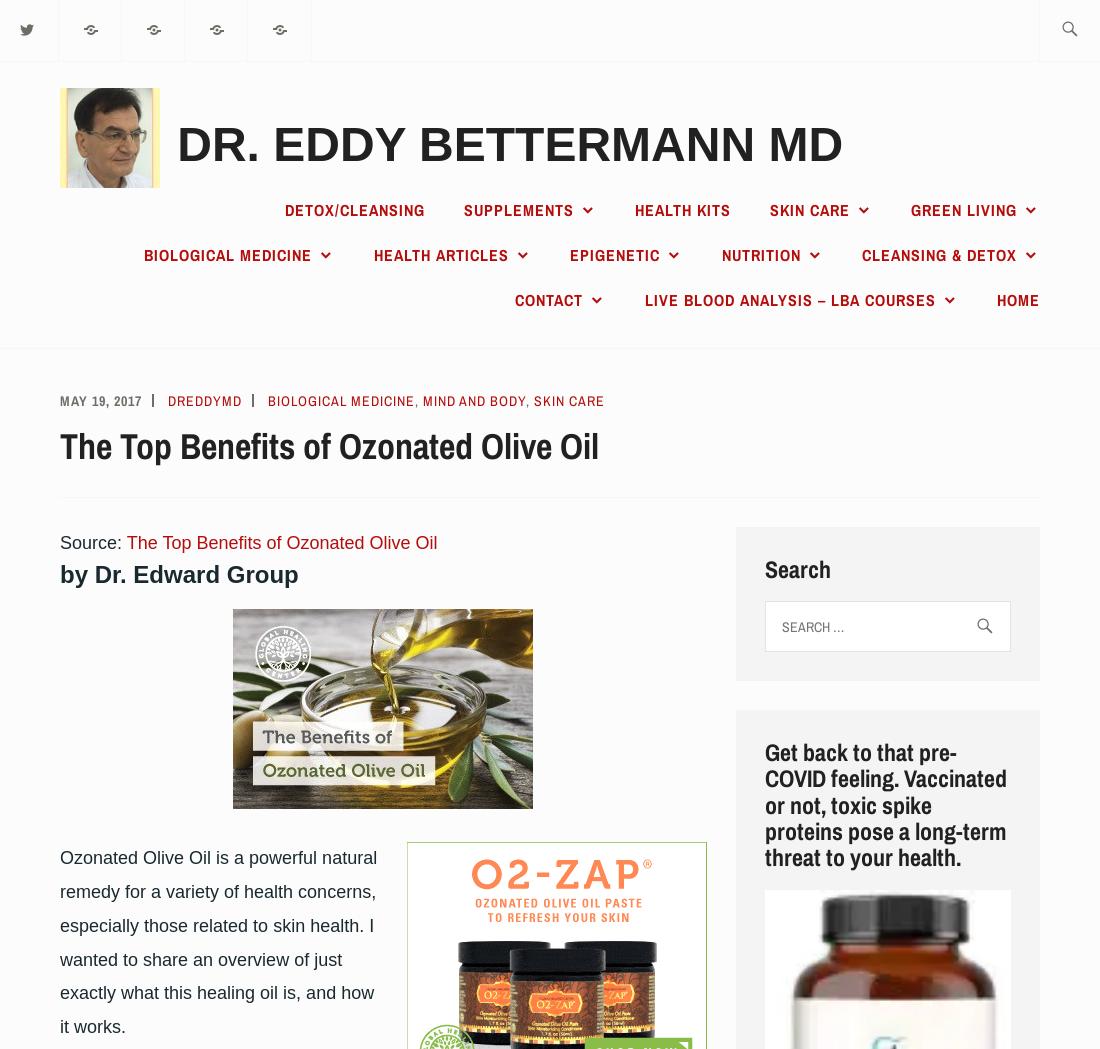  Describe the element at coordinates (614, 254) in the screenshot. I see `'Epigenetic'` at that location.